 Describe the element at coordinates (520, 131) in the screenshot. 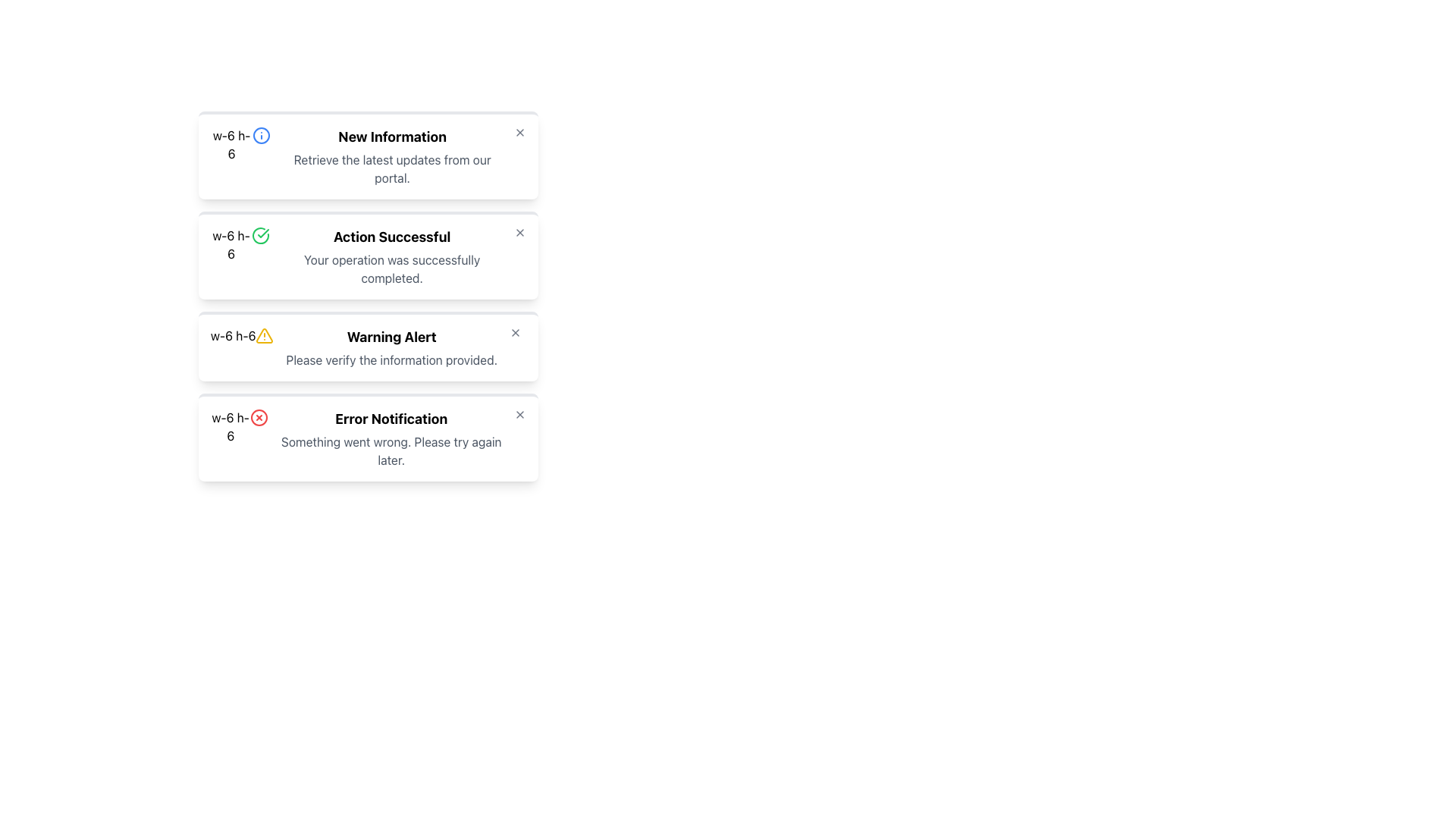

I see `the small circular button with an 'X' icon located at the top-right corner of the 'New Information' notification card to change its appearance` at that location.